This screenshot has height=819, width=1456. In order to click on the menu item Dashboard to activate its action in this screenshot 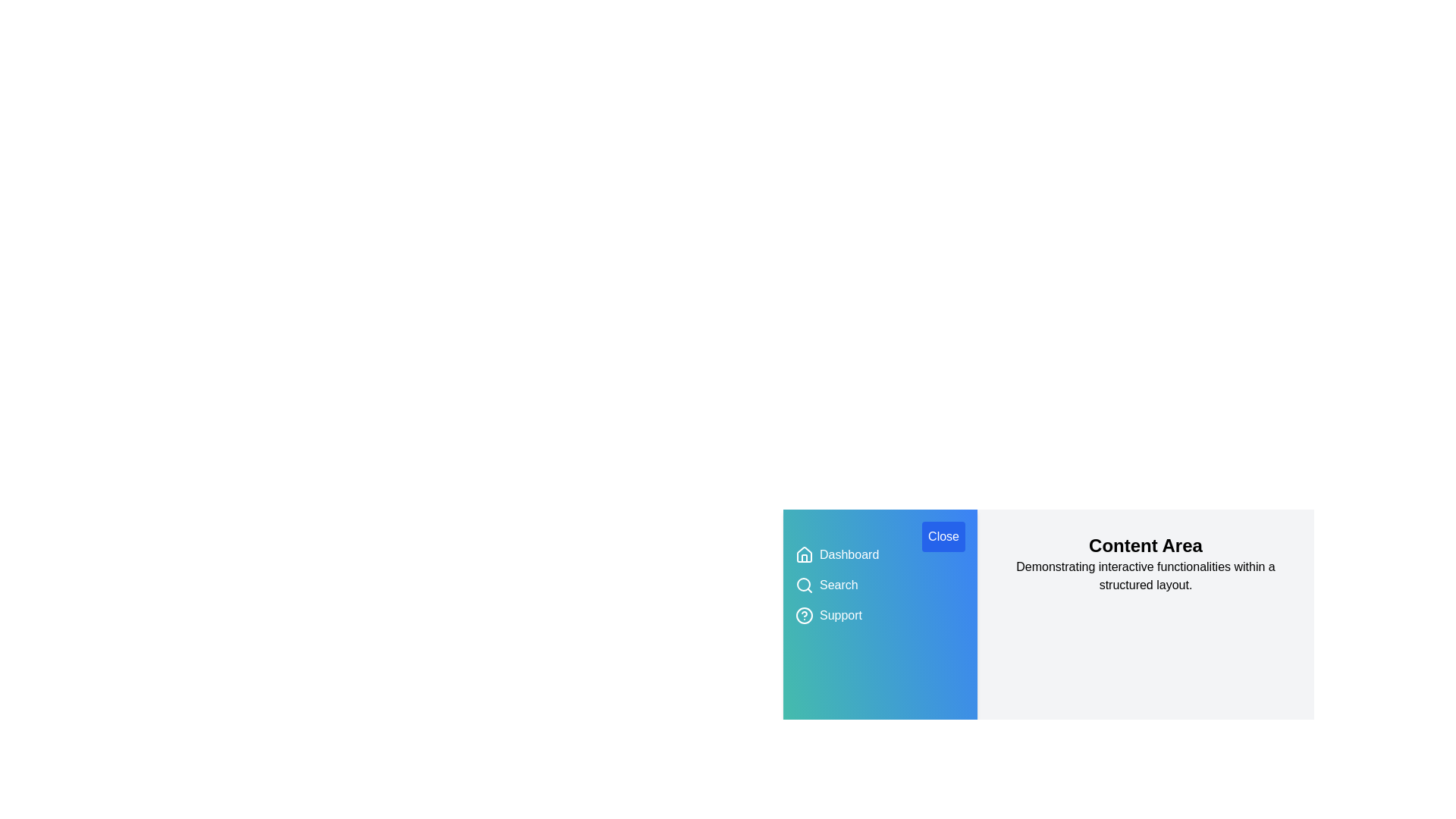, I will do `click(848, 555)`.